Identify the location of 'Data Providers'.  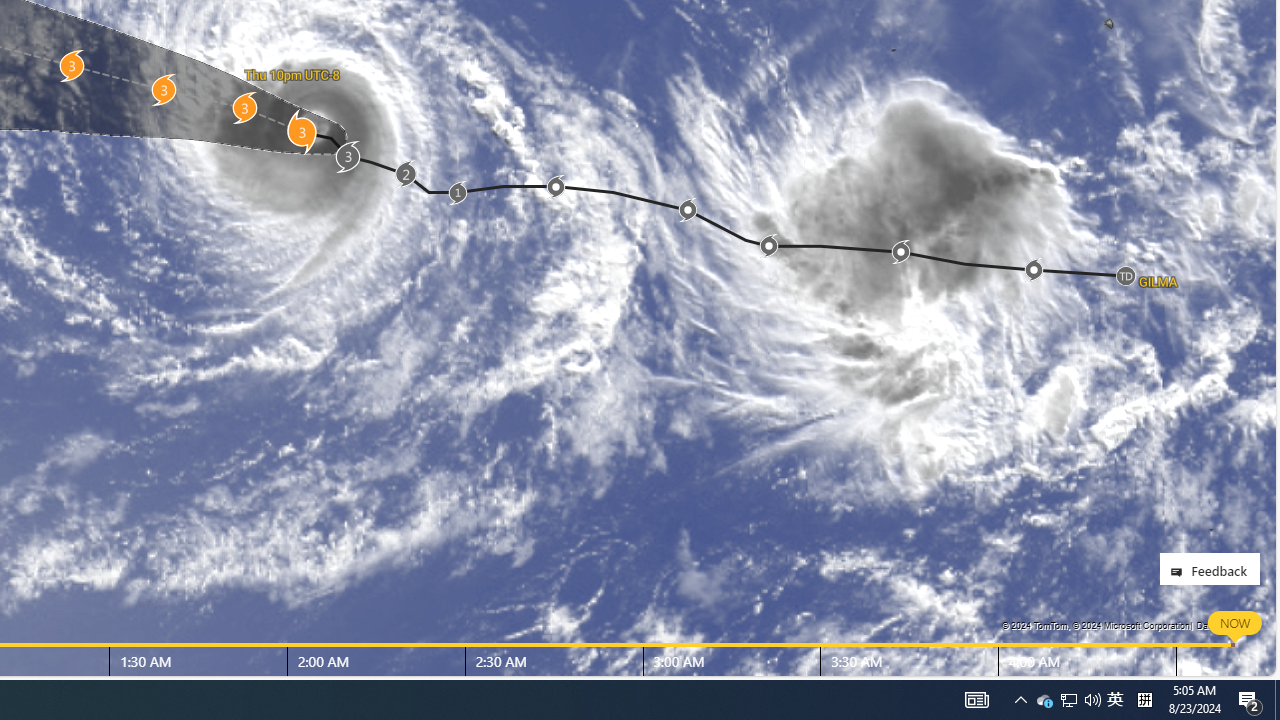
(1224, 624).